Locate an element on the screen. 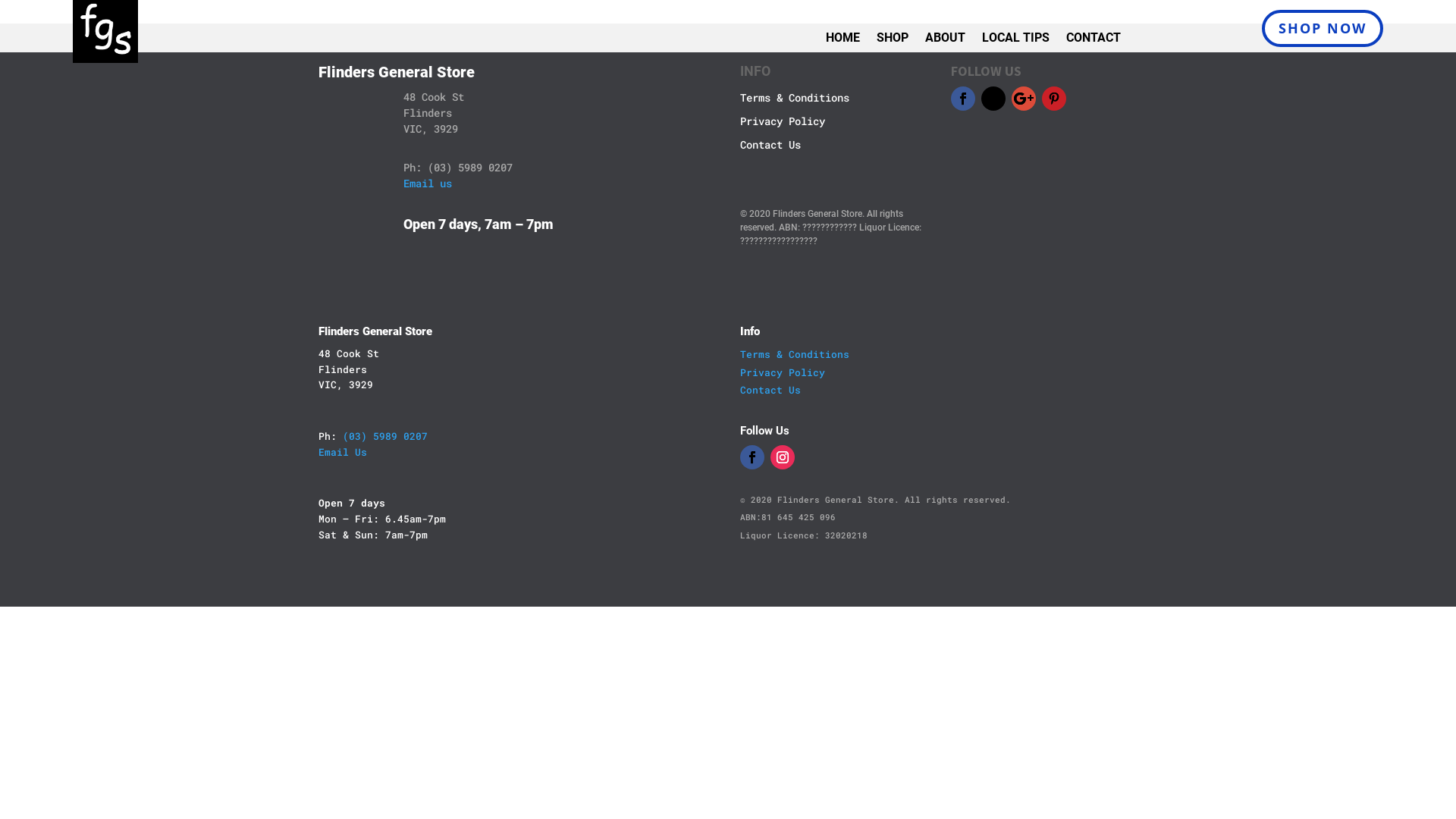 This screenshot has height=819, width=1456. 'ABOUT' is located at coordinates (944, 40).